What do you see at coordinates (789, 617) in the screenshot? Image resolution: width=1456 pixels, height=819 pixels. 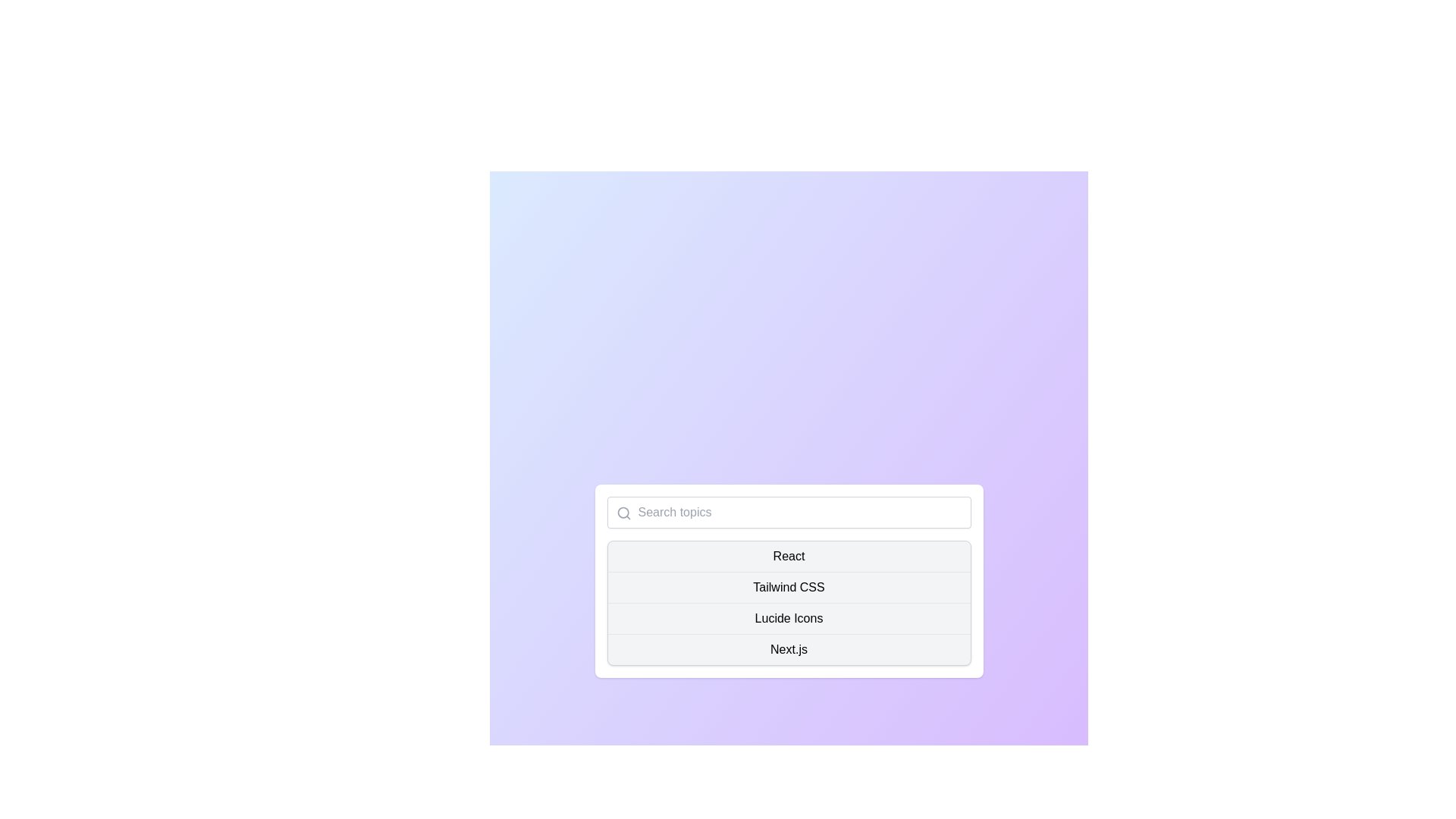 I see `the 'Lucide Icons' option in the dropdown menu to trigger hover styling effects` at bounding box center [789, 617].